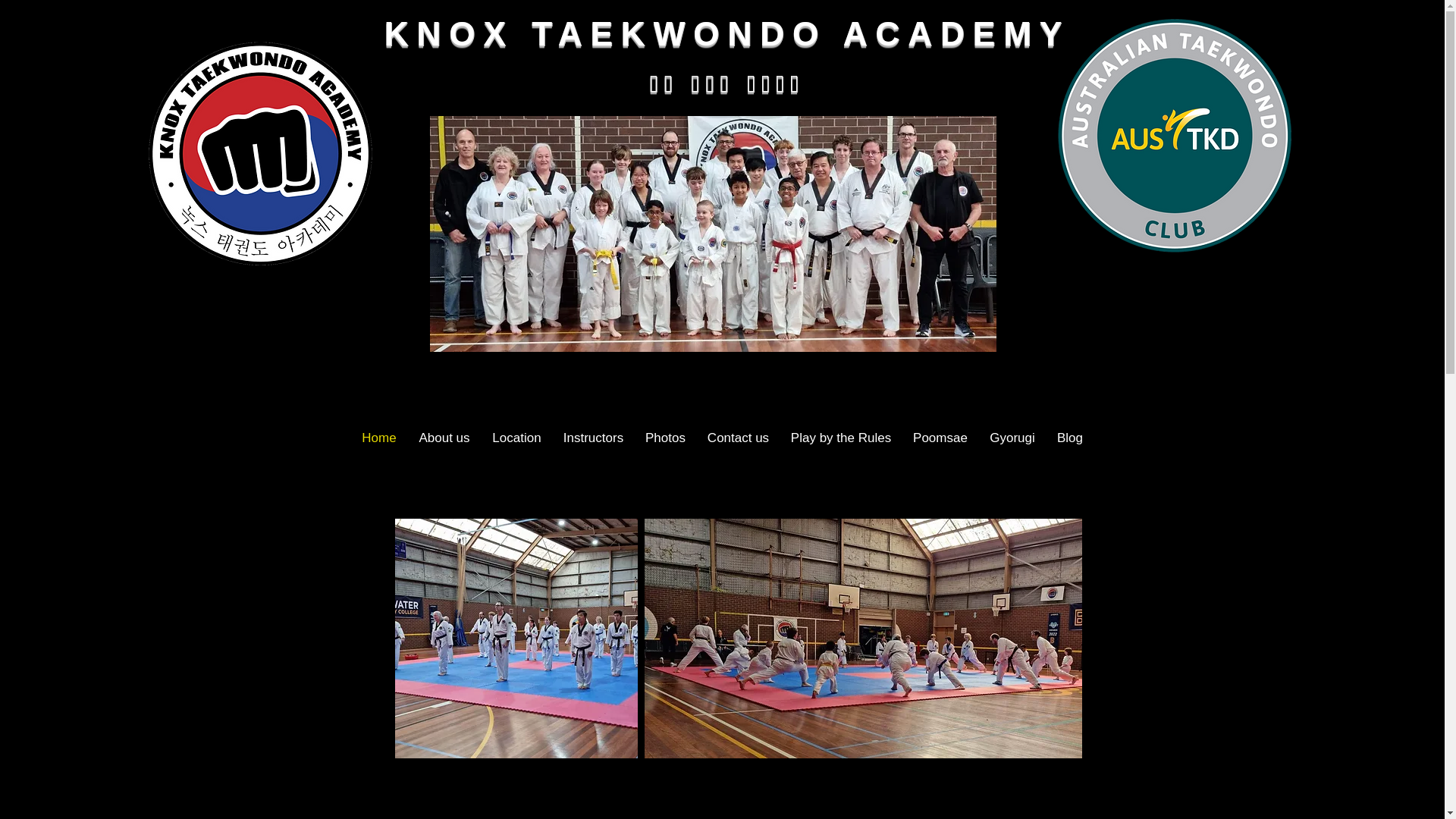  Describe the element at coordinates (695, 438) in the screenshot. I see `'Contact us'` at that location.